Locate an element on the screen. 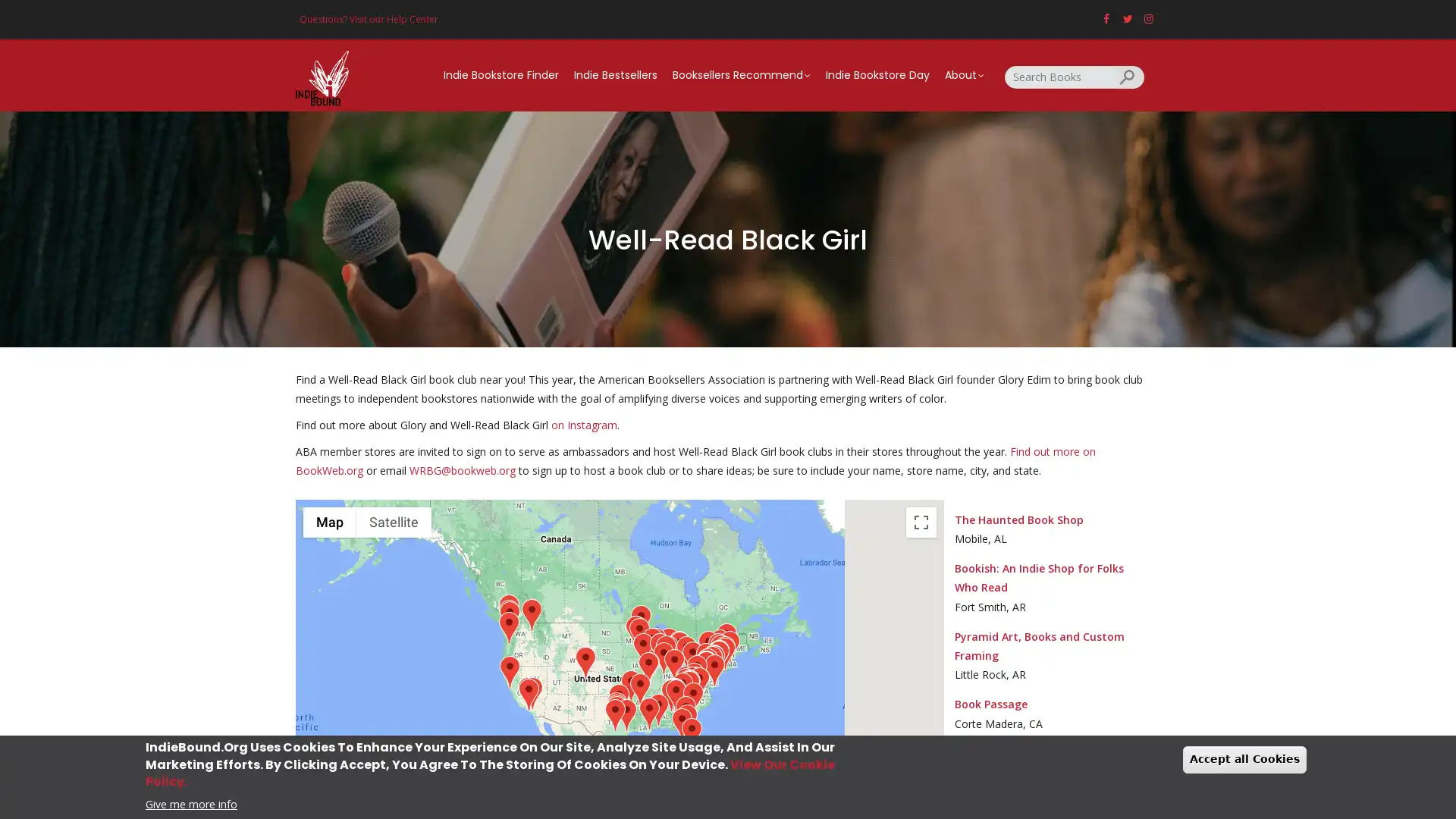  The Book Rack (WA) is located at coordinates (508, 609).